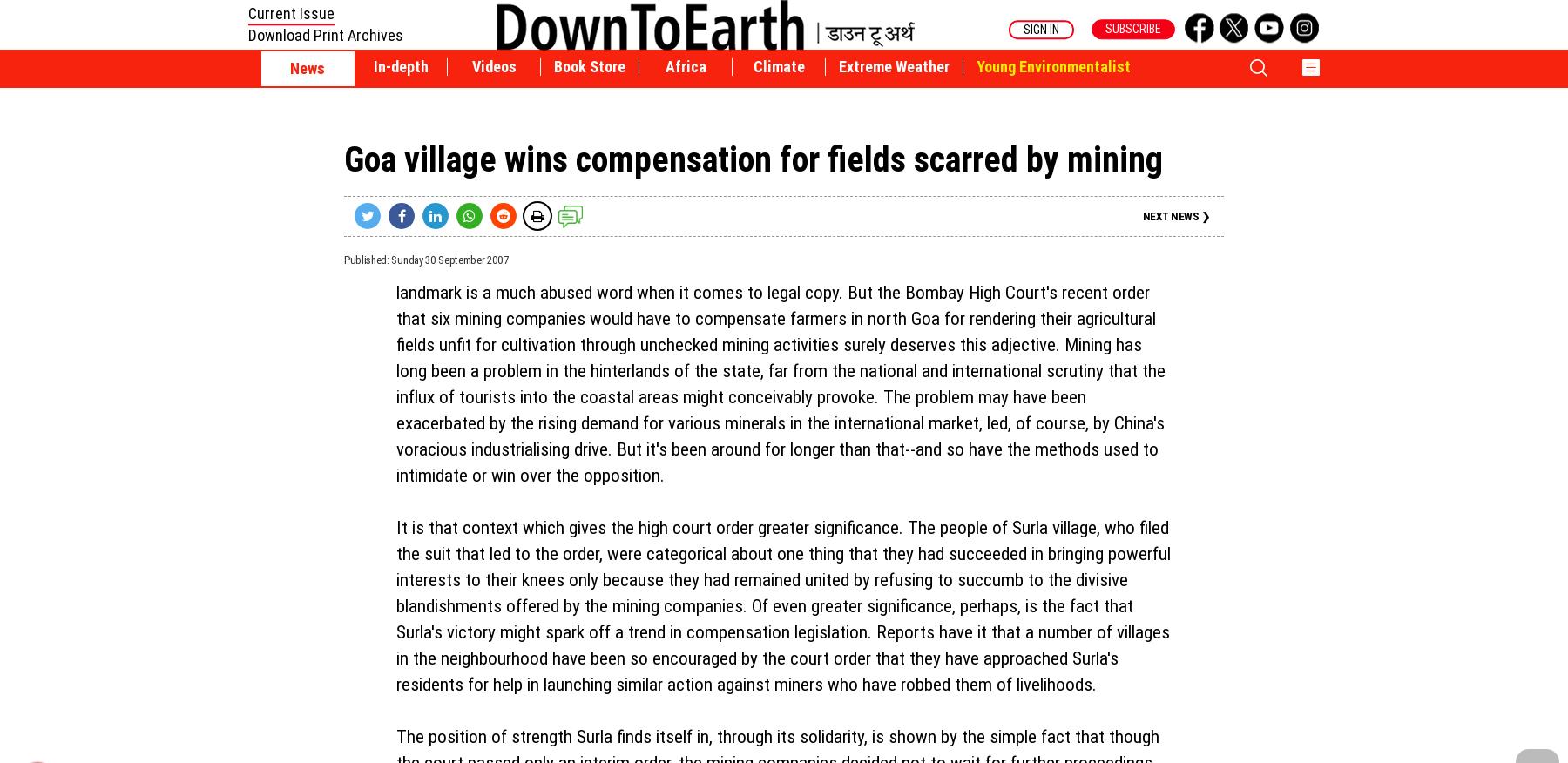 The width and height of the screenshot is (1568, 763). What do you see at coordinates (290, 11) in the screenshot?
I see `'Current Issue'` at bounding box center [290, 11].